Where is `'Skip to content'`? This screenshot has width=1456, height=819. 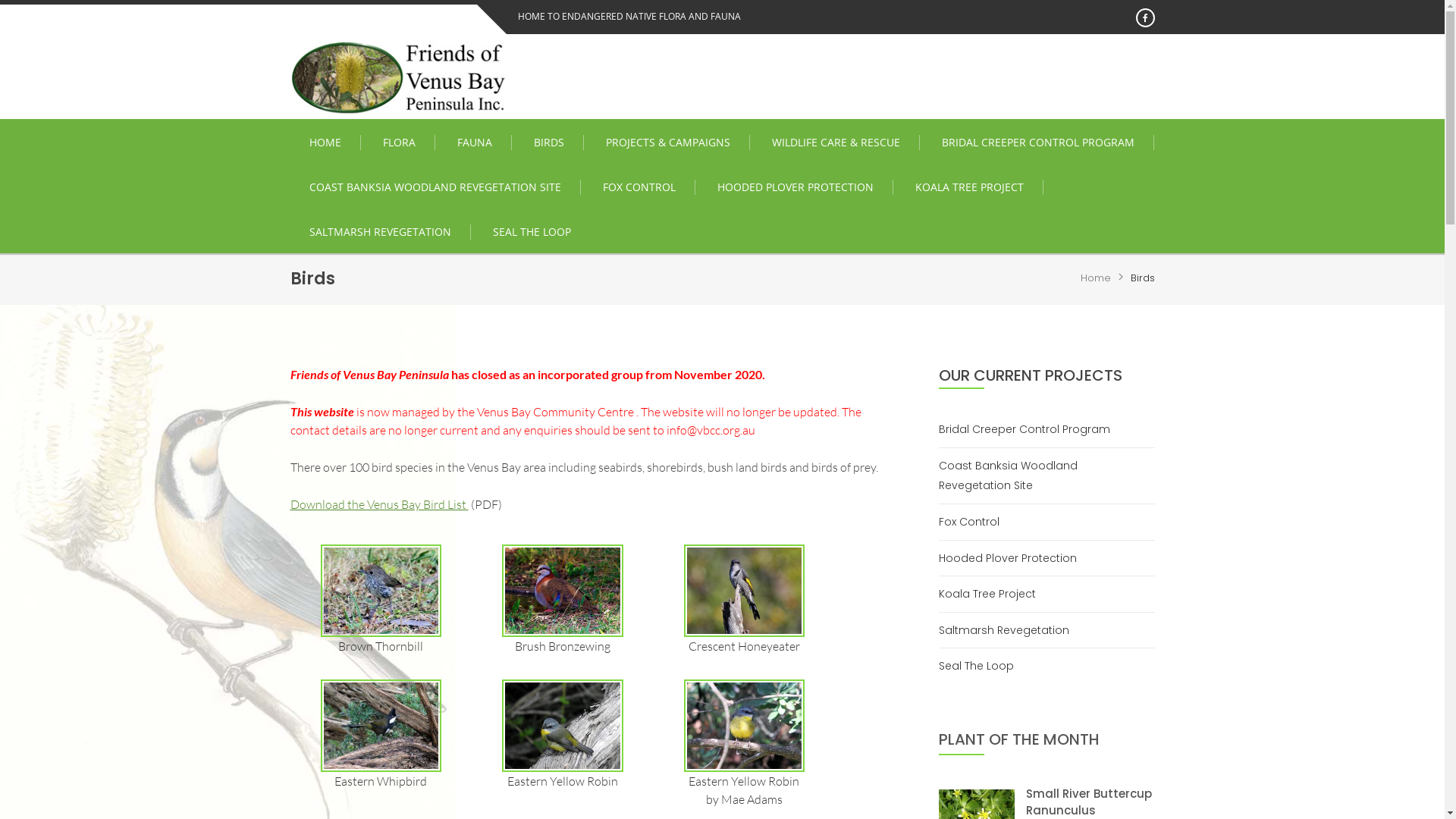 'Skip to content' is located at coordinates (0, 0).